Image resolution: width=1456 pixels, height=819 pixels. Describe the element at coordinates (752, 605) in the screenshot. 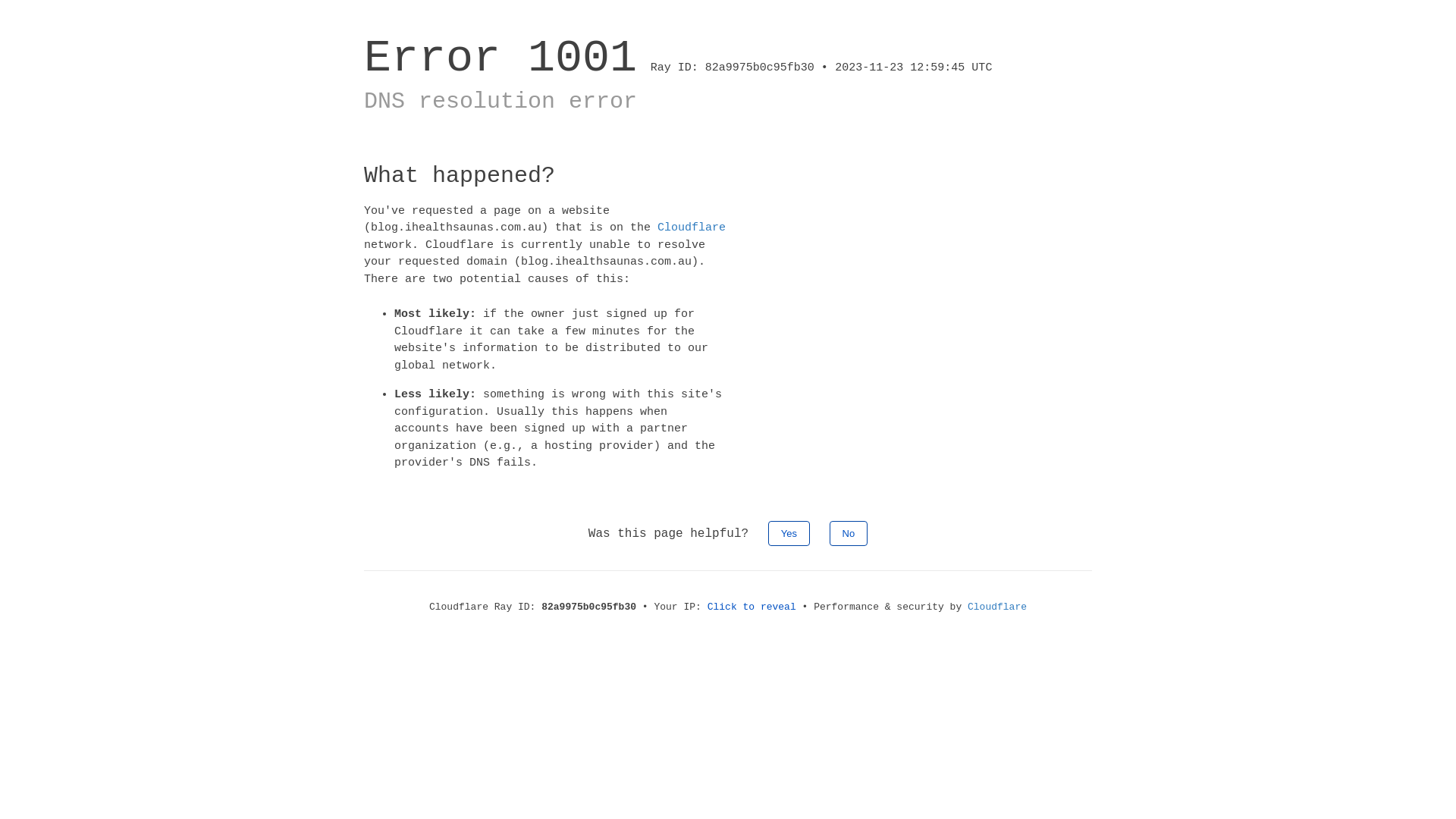

I see `'Click to reveal'` at that location.